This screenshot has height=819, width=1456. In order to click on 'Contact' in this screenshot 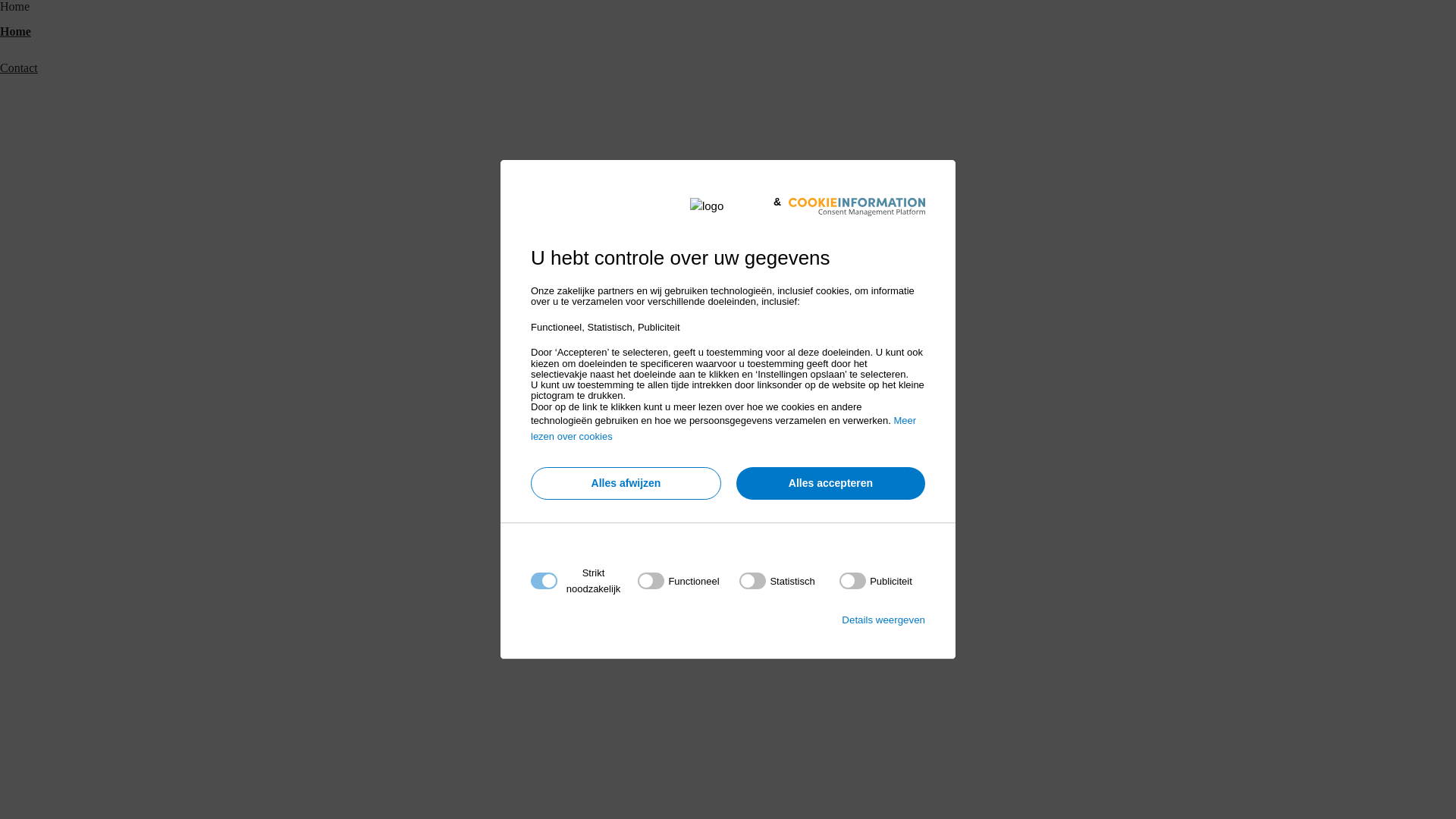, I will do `click(18, 67)`.